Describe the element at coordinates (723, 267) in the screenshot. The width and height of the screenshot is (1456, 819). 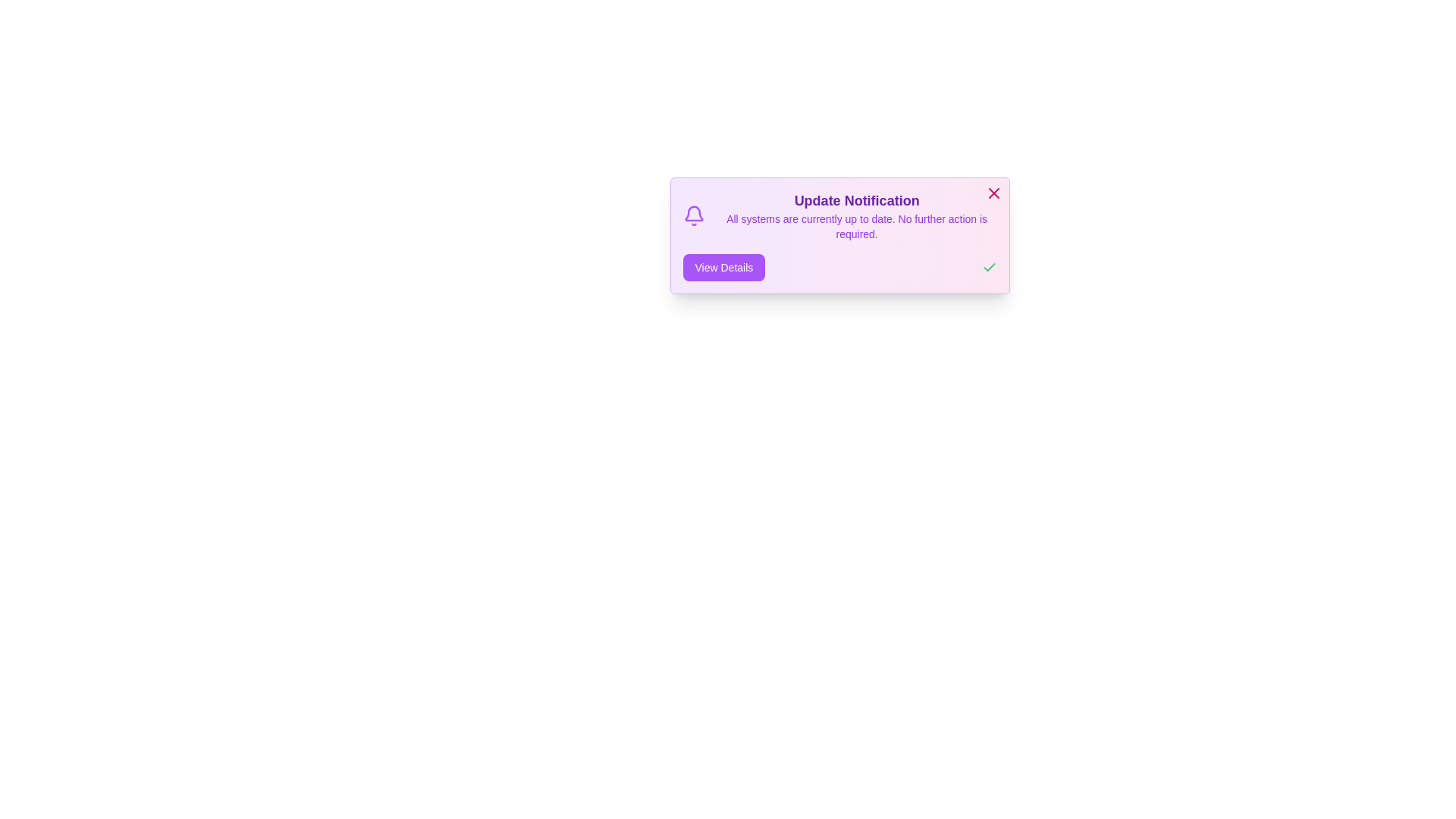
I see `the 'View Details' button to view additional details` at that location.